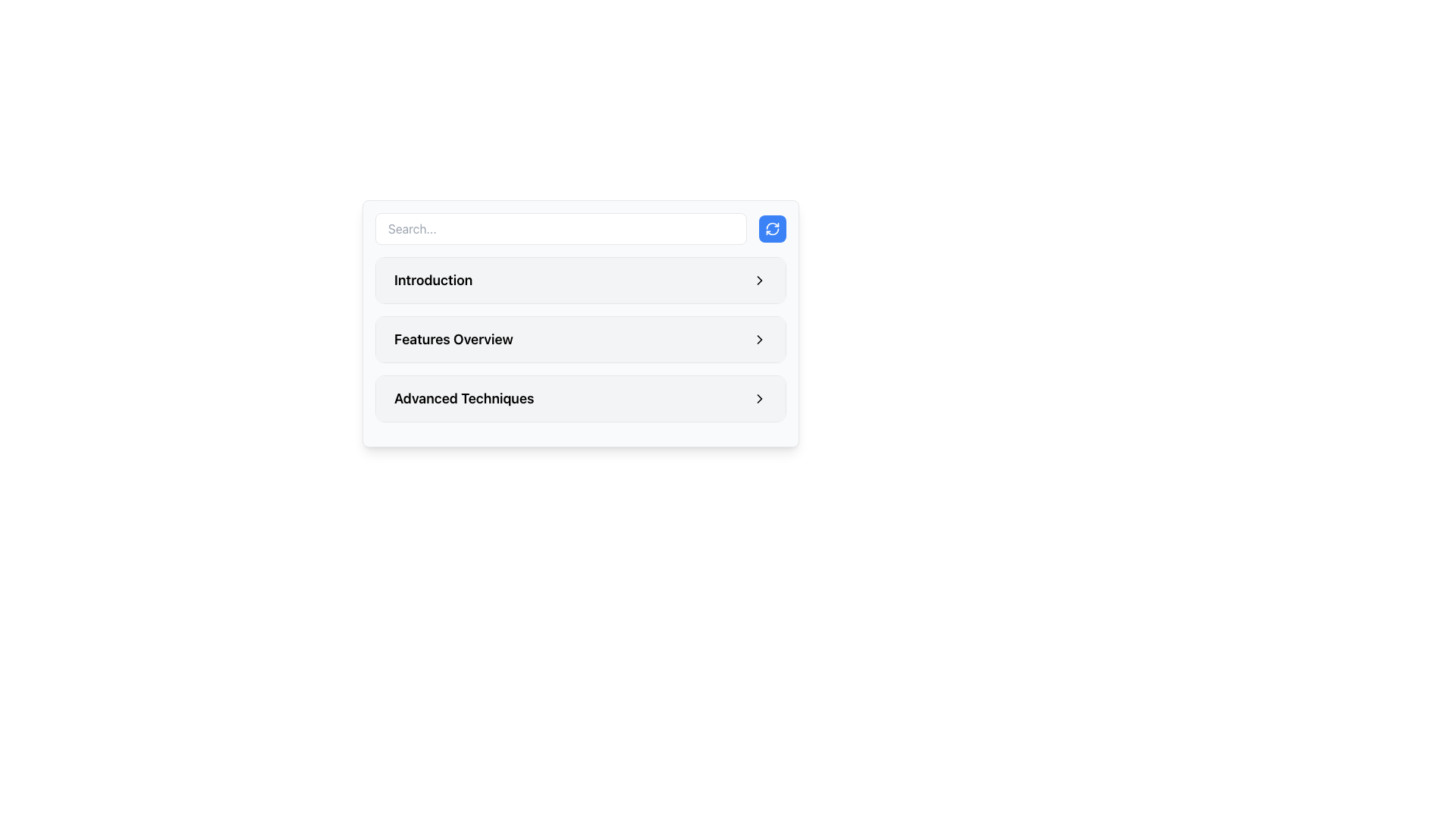 The height and width of the screenshot is (819, 1456). What do you see at coordinates (772, 228) in the screenshot?
I see `the blue rectangular button with a refresh icon` at bounding box center [772, 228].